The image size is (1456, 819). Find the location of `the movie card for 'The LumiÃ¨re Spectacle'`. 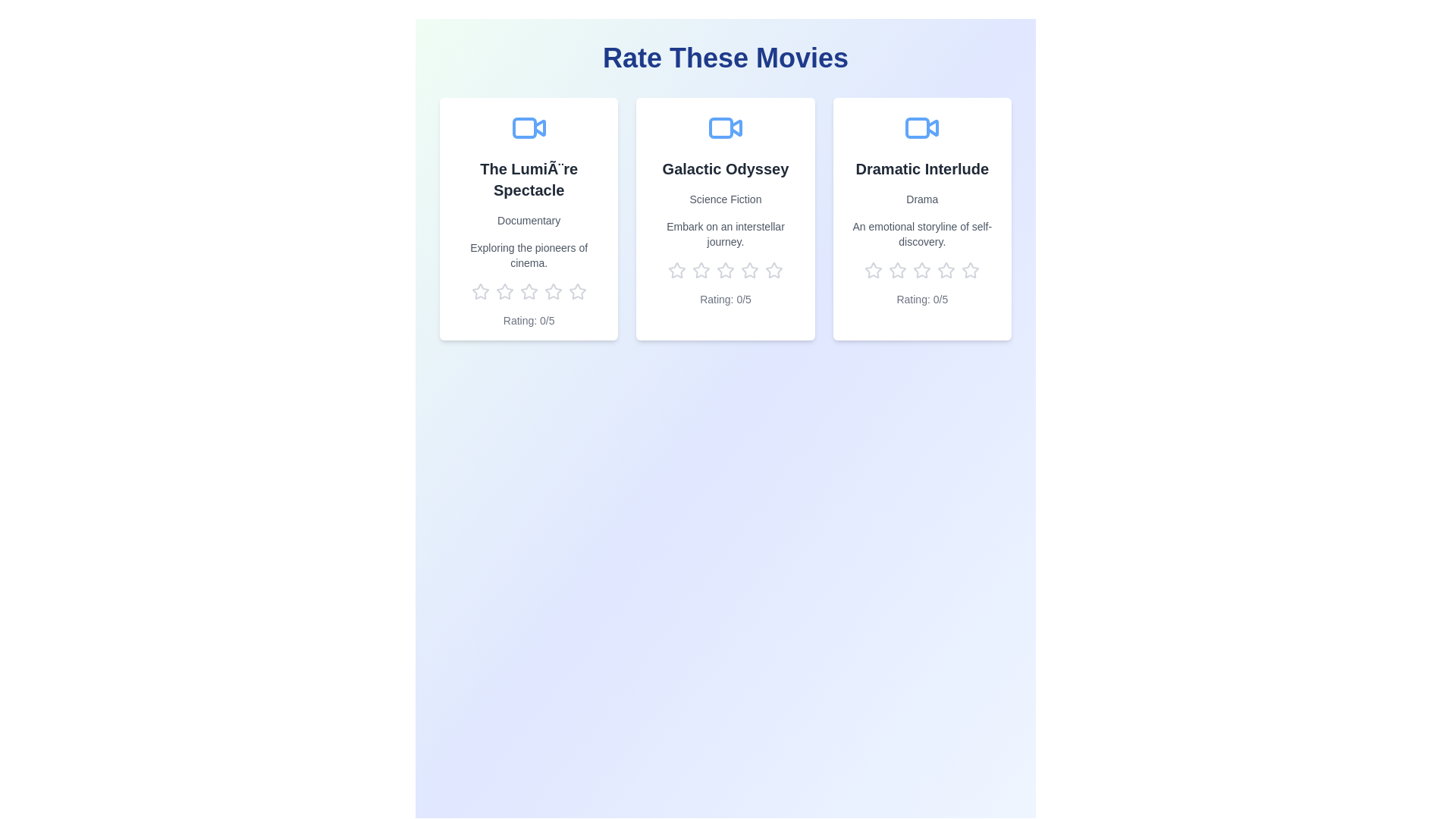

the movie card for 'The LumiÃ¨re Spectacle' is located at coordinates (529, 219).